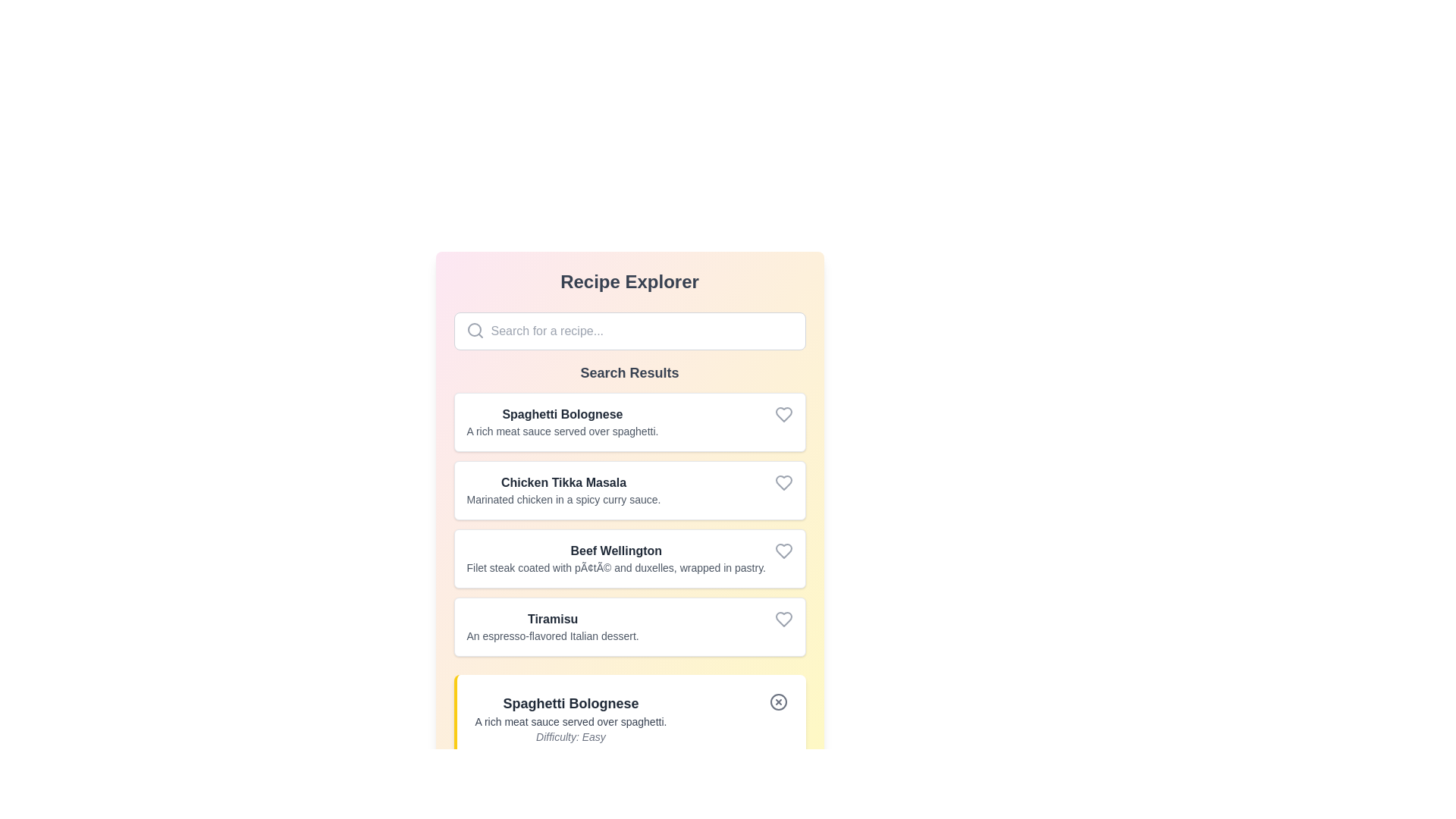 The image size is (1456, 819). Describe the element at coordinates (783, 415) in the screenshot. I see `the heart-shaped icon outlined in grey, positioned to the right of the 'Spaghetti Bolognese' entry in the search results section` at that location.